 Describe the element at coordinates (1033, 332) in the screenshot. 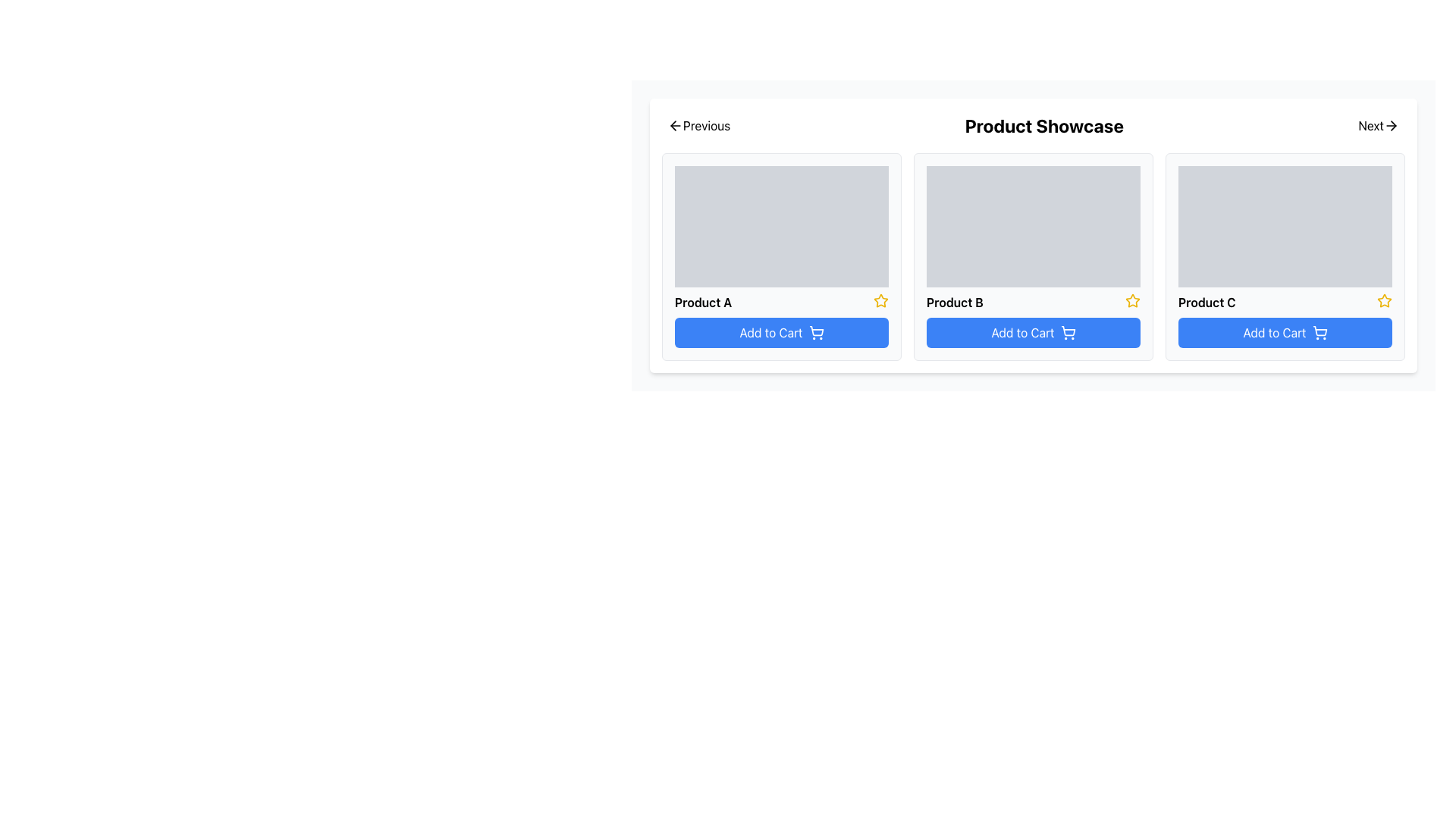

I see `the 'Add to Cart' button with a blue background and white text, located below the 'Product B' title in the product showcase grid` at that location.